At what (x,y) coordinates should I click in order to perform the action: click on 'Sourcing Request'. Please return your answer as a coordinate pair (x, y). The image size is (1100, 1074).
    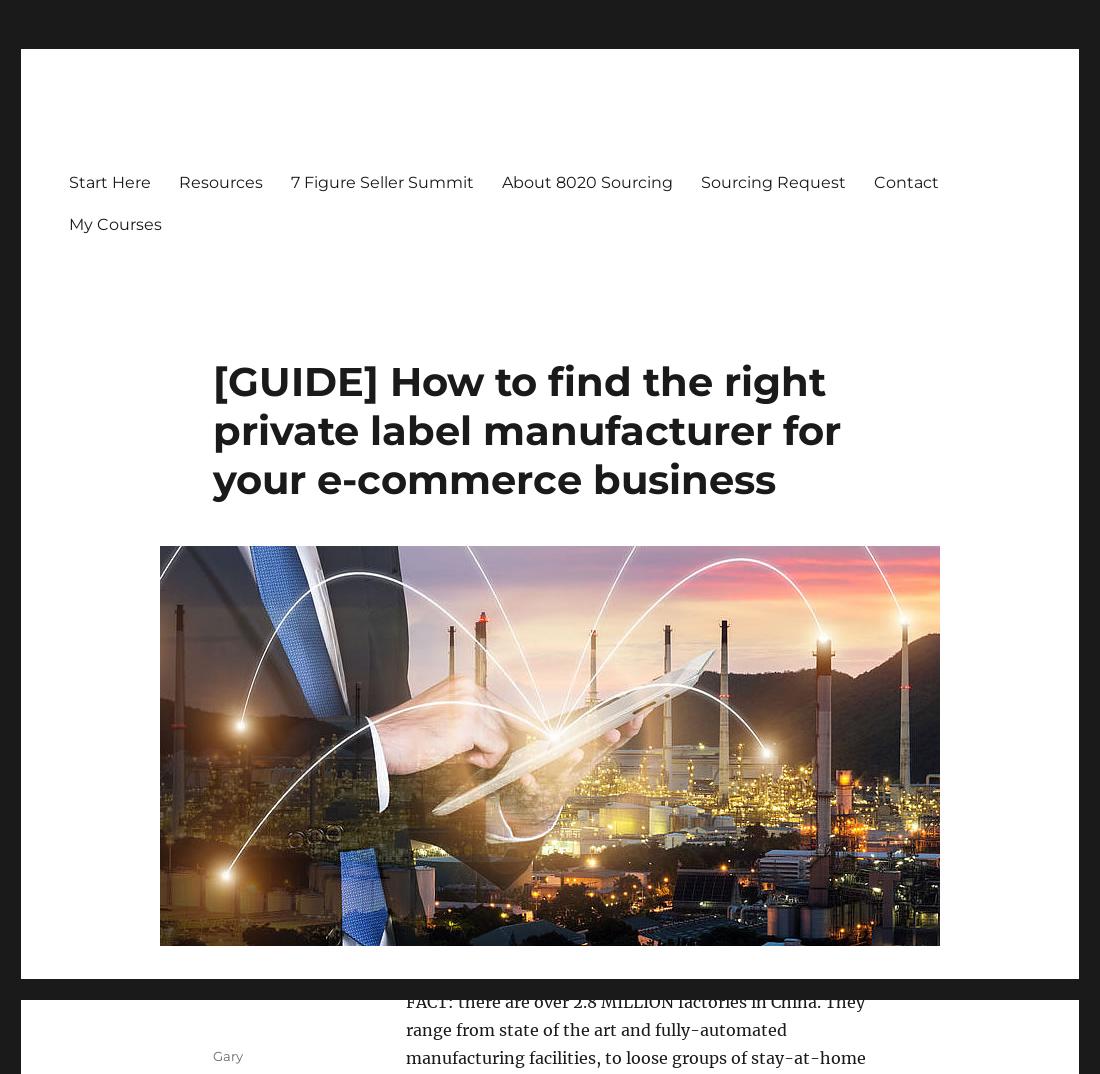
    Looking at the image, I should click on (773, 181).